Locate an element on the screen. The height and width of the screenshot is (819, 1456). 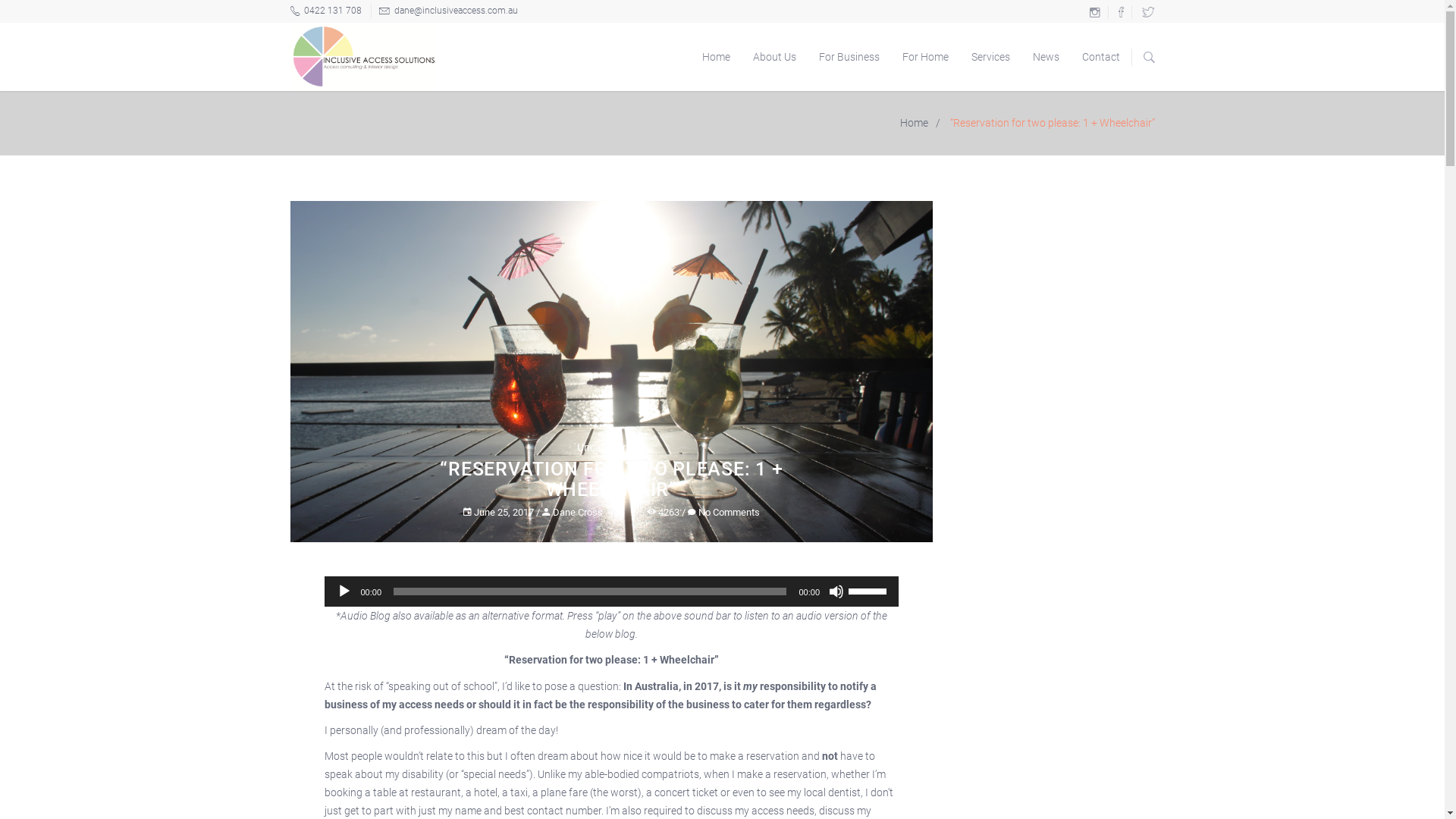
'Contact' is located at coordinates (1101, 55).